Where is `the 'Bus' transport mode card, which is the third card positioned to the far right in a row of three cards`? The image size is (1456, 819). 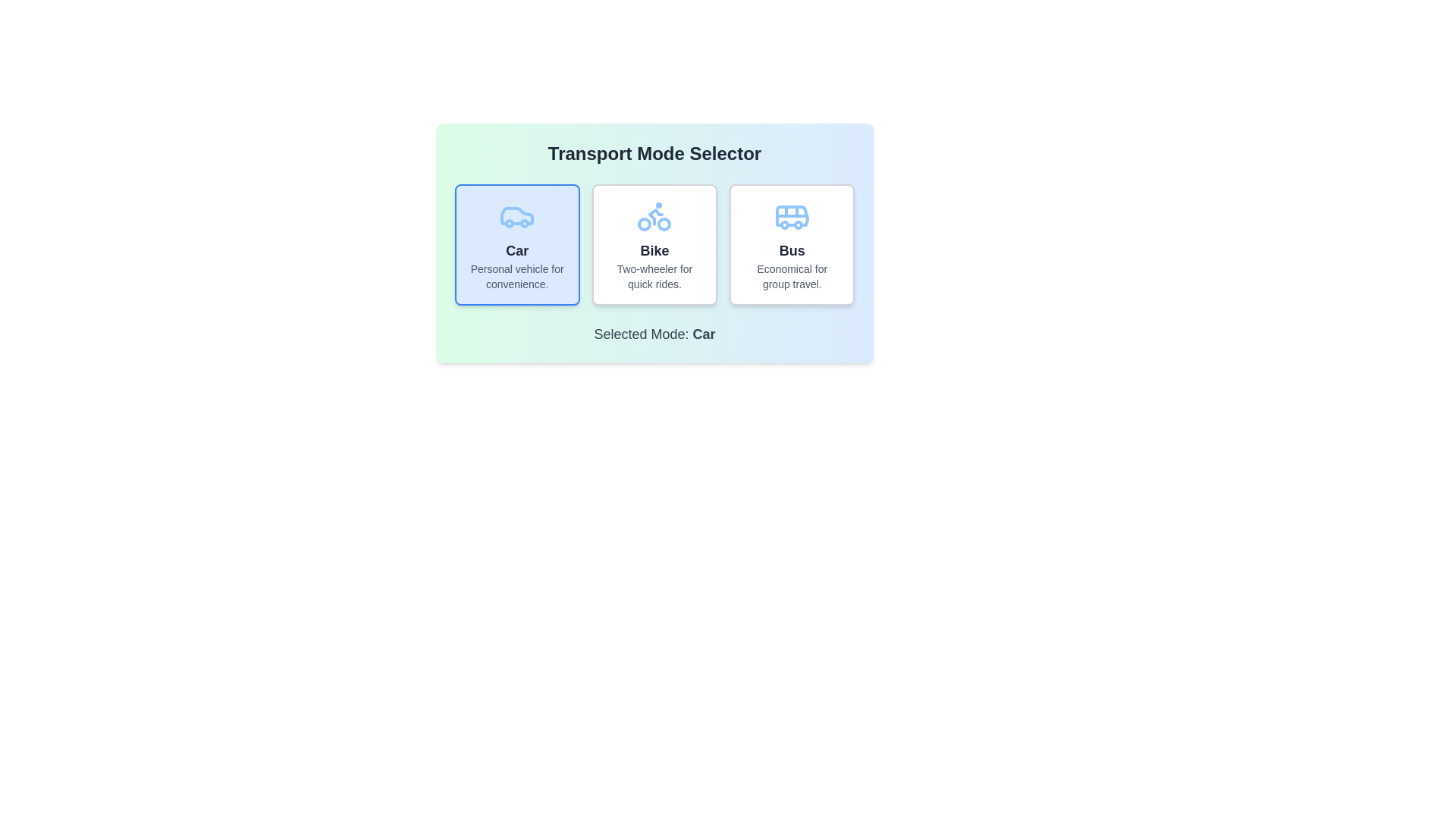
the 'Bus' transport mode card, which is the third card positioned to the far right in a row of three cards is located at coordinates (791, 244).